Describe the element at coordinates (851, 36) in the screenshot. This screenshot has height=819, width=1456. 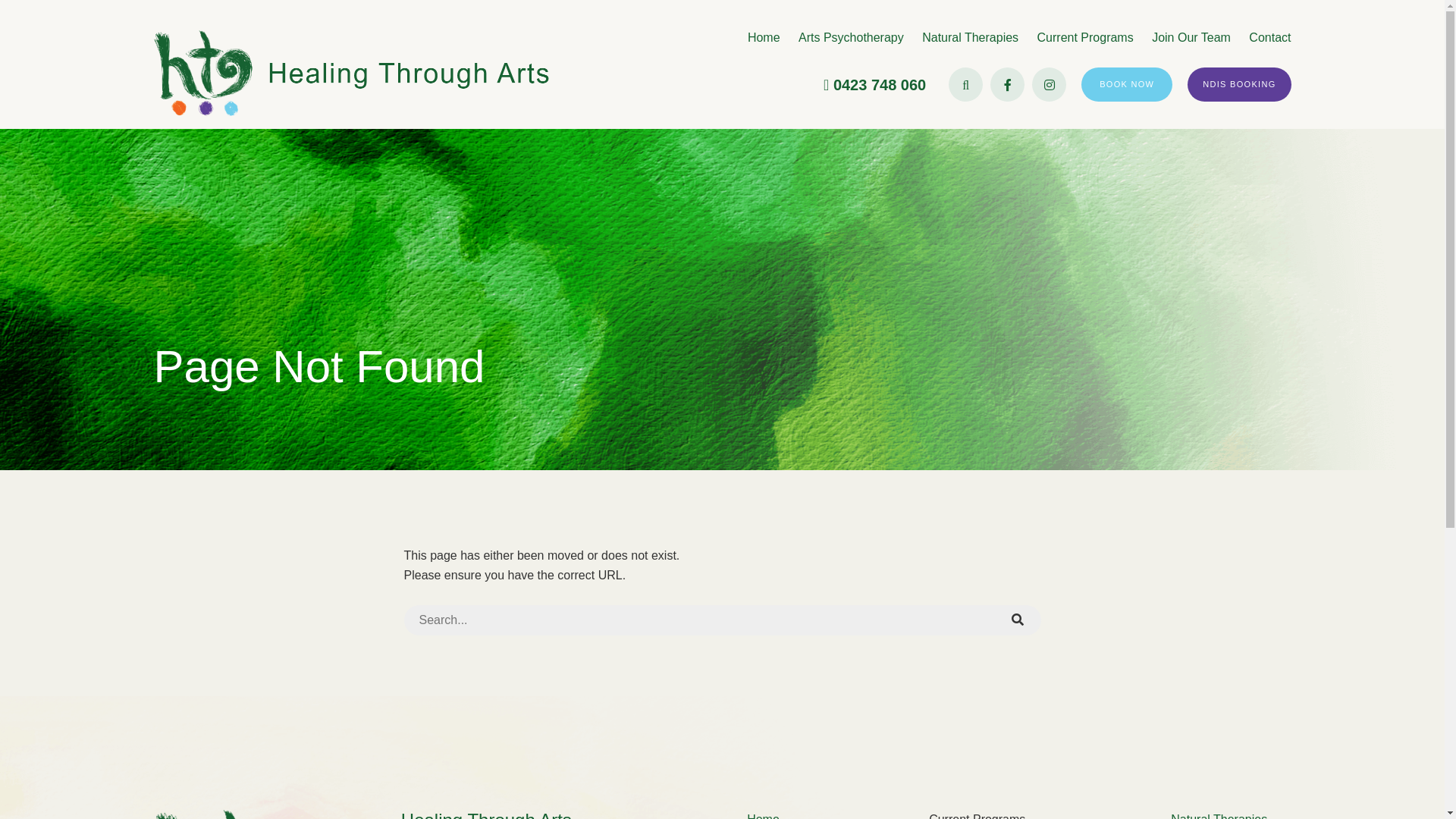
I see `'Arts Psychotherapy'` at that location.